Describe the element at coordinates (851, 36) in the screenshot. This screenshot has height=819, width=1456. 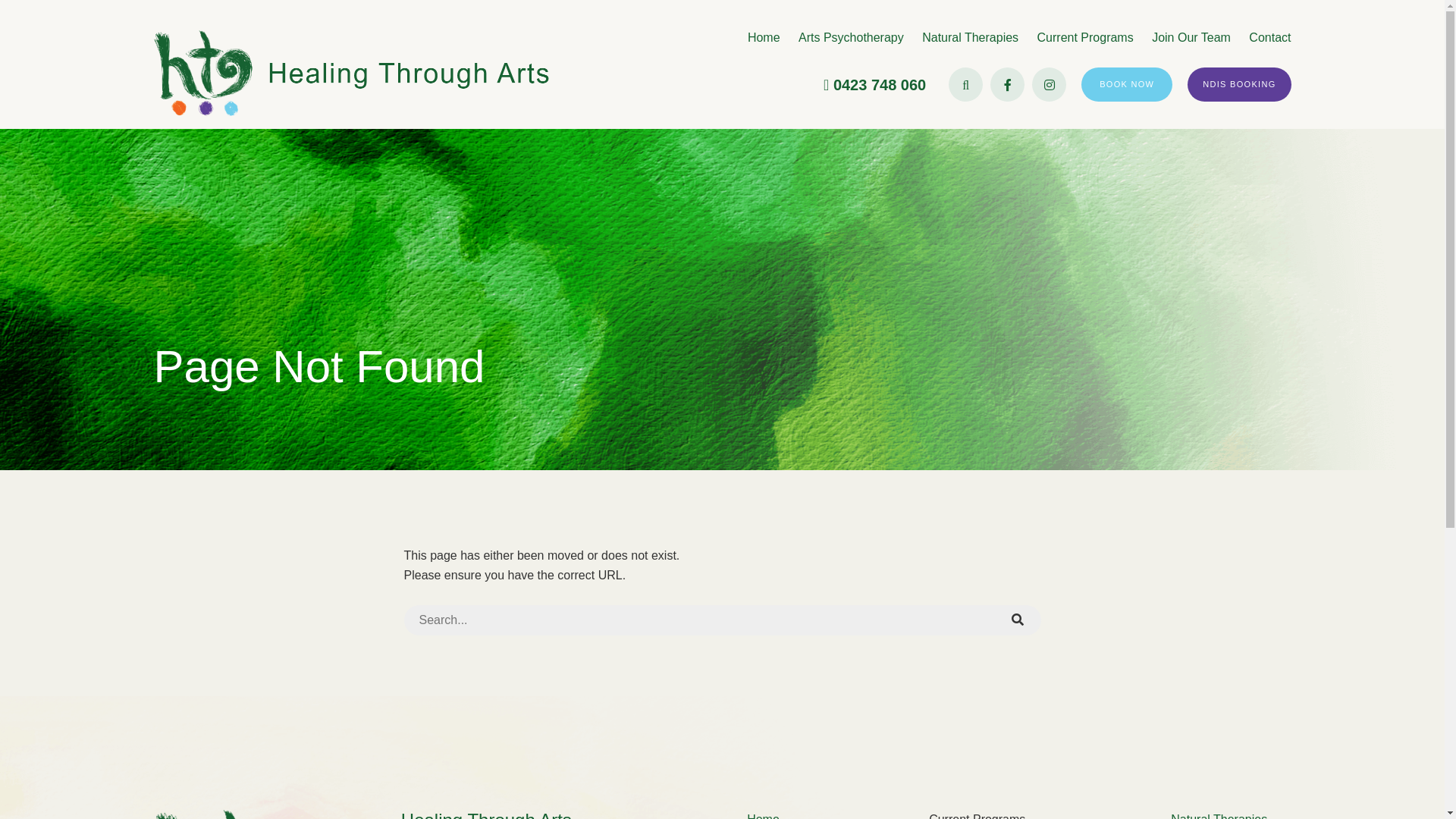
I see `'Arts Psychotherapy'` at that location.